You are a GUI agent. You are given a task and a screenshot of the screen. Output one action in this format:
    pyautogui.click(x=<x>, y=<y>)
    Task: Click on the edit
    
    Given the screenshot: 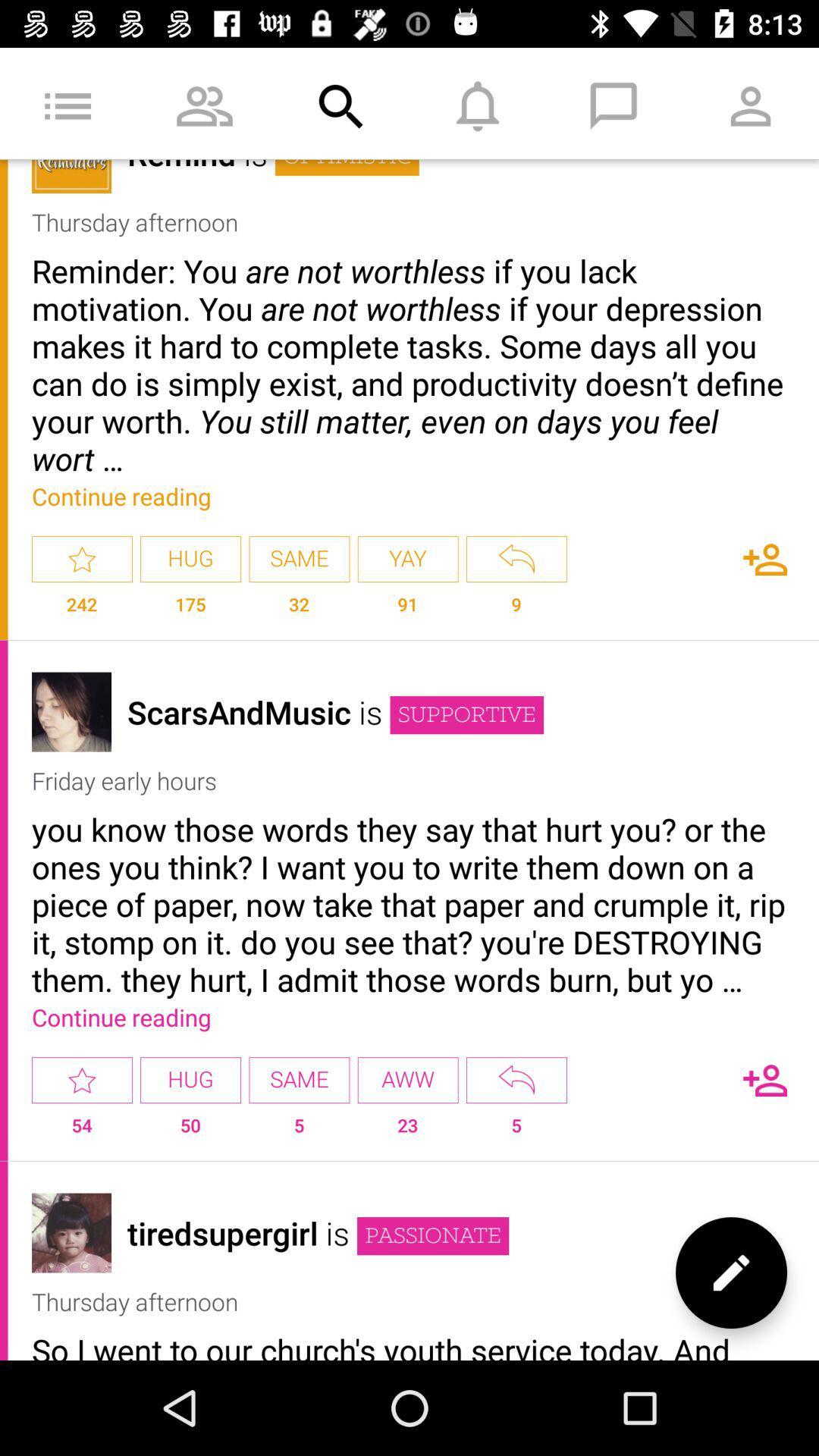 What is the action you would take?
    pyautogui.click(x=730, y=1272)
    